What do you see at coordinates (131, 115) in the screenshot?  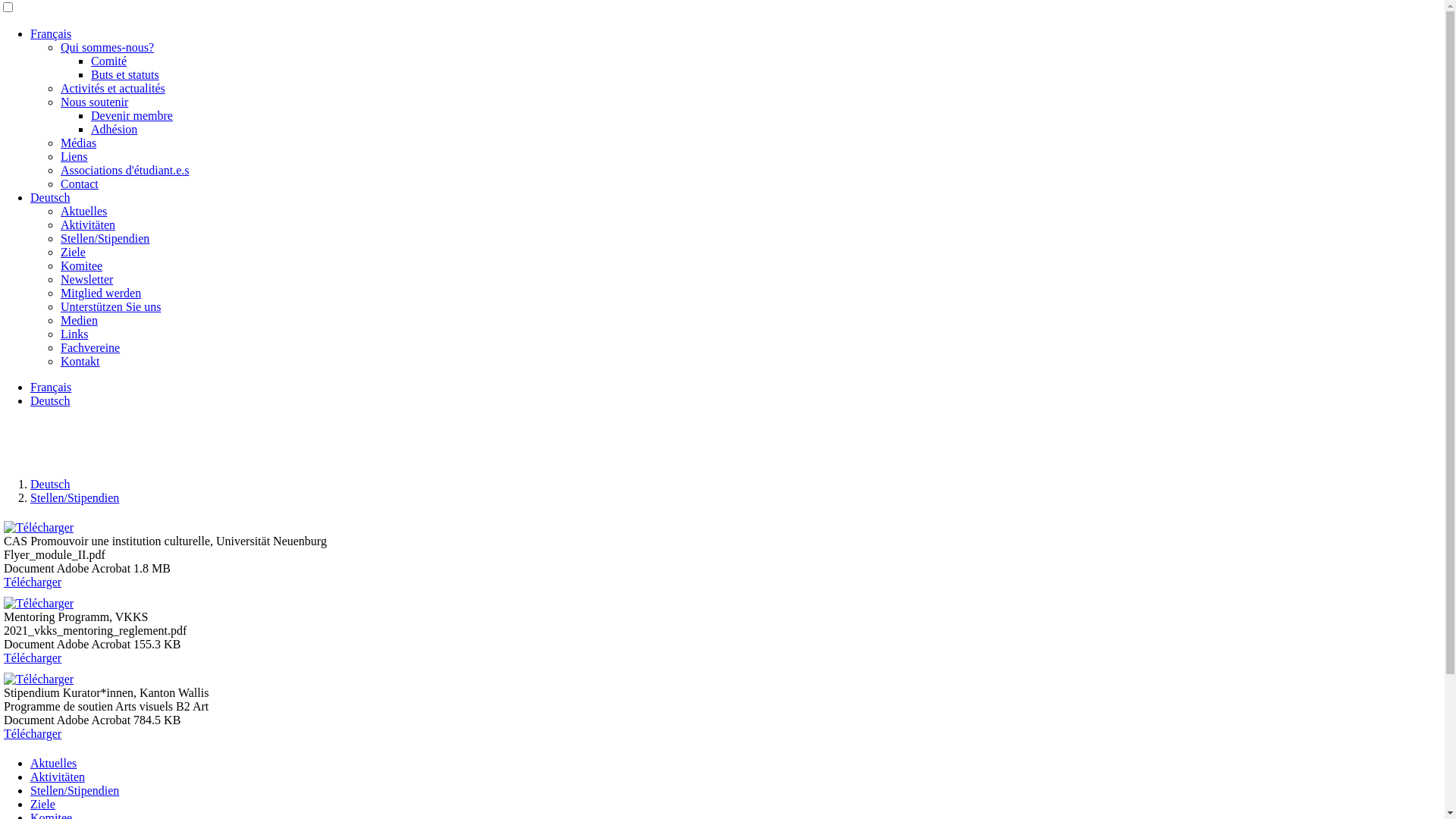 I see `'Devenir membre'` at bounding box center [131, 115].